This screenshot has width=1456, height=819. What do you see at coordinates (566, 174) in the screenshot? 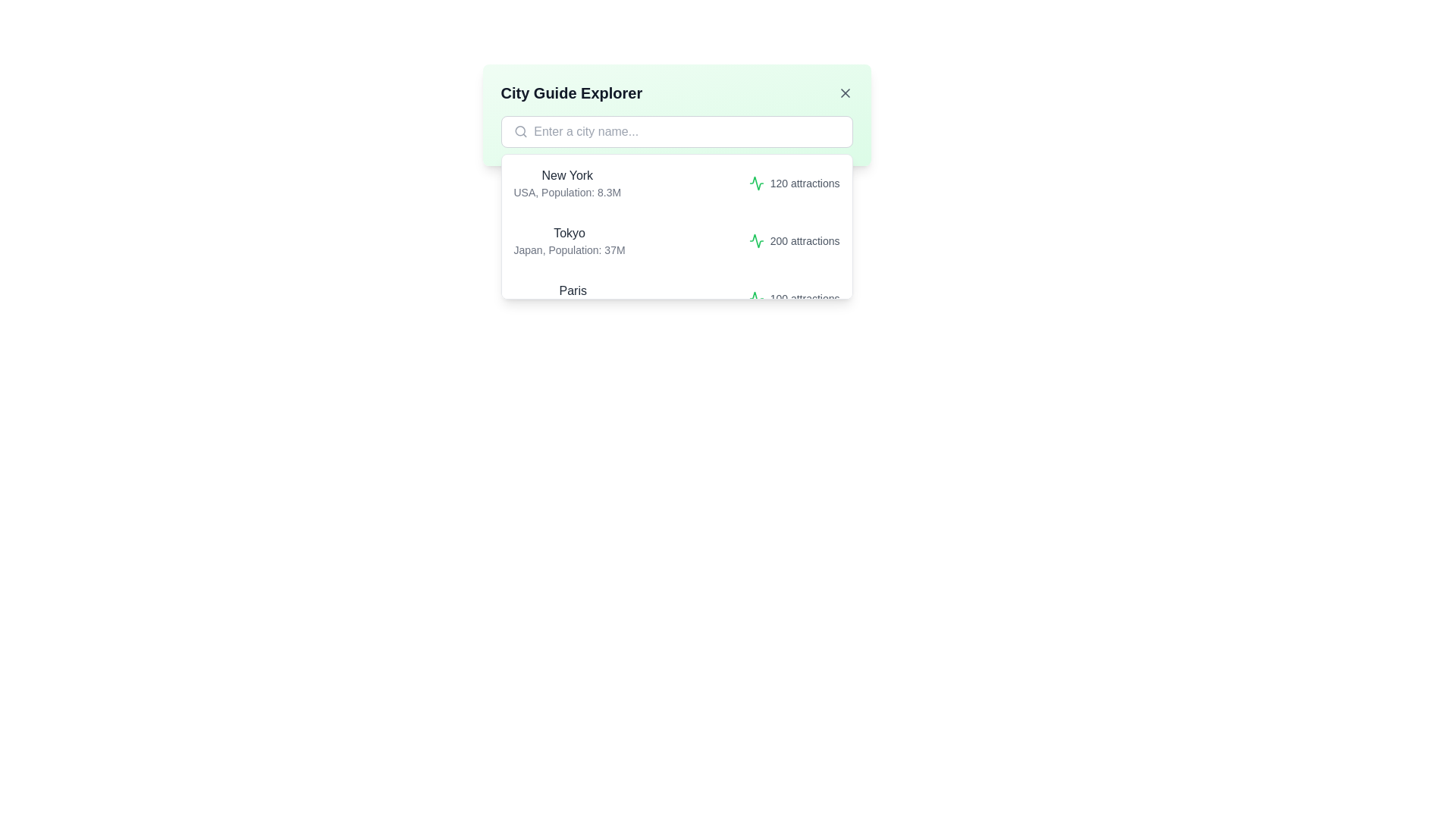
I see `the text label displaying 'New York', which is positioned at the top of the first entry in the 'City Guide Explorer' interface, above the description 'USA, Population: 8.3M'` at bounding box center [566, 174].